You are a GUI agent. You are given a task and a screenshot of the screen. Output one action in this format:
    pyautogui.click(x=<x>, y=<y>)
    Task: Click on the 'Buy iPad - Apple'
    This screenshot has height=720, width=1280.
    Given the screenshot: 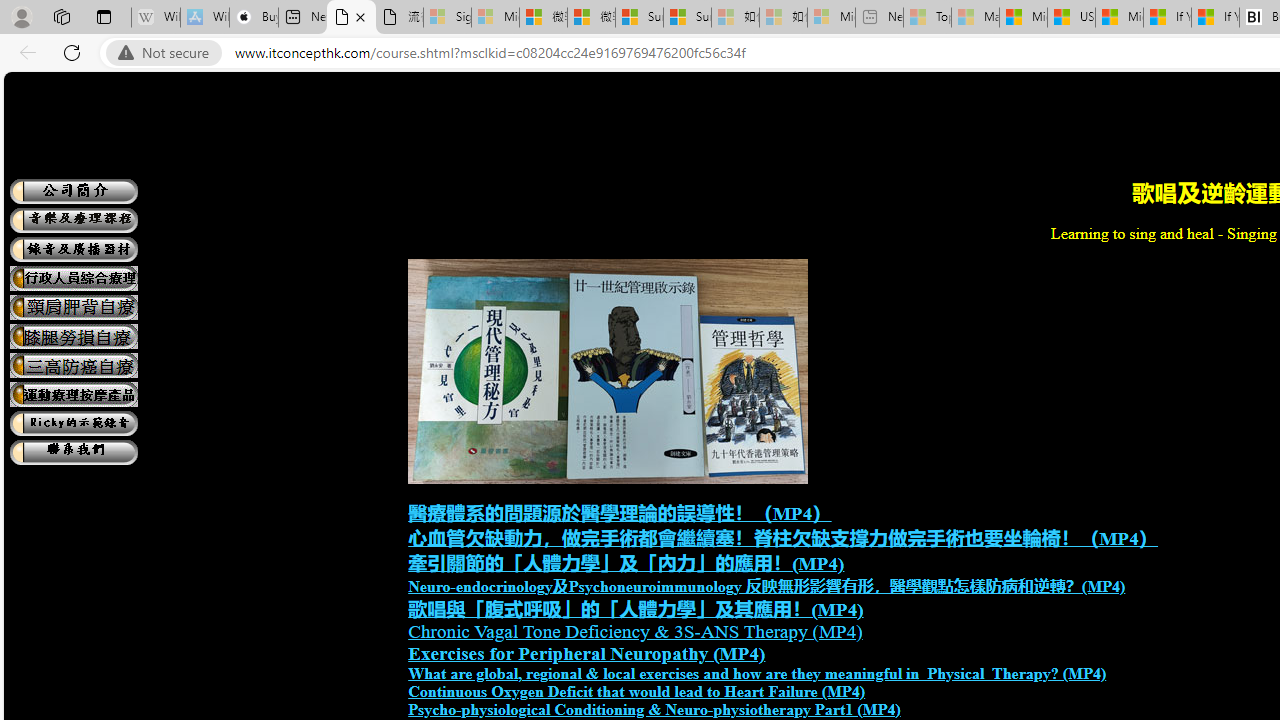 What is the action you would take?
    pyautogui.click(x=253, y=17)
    